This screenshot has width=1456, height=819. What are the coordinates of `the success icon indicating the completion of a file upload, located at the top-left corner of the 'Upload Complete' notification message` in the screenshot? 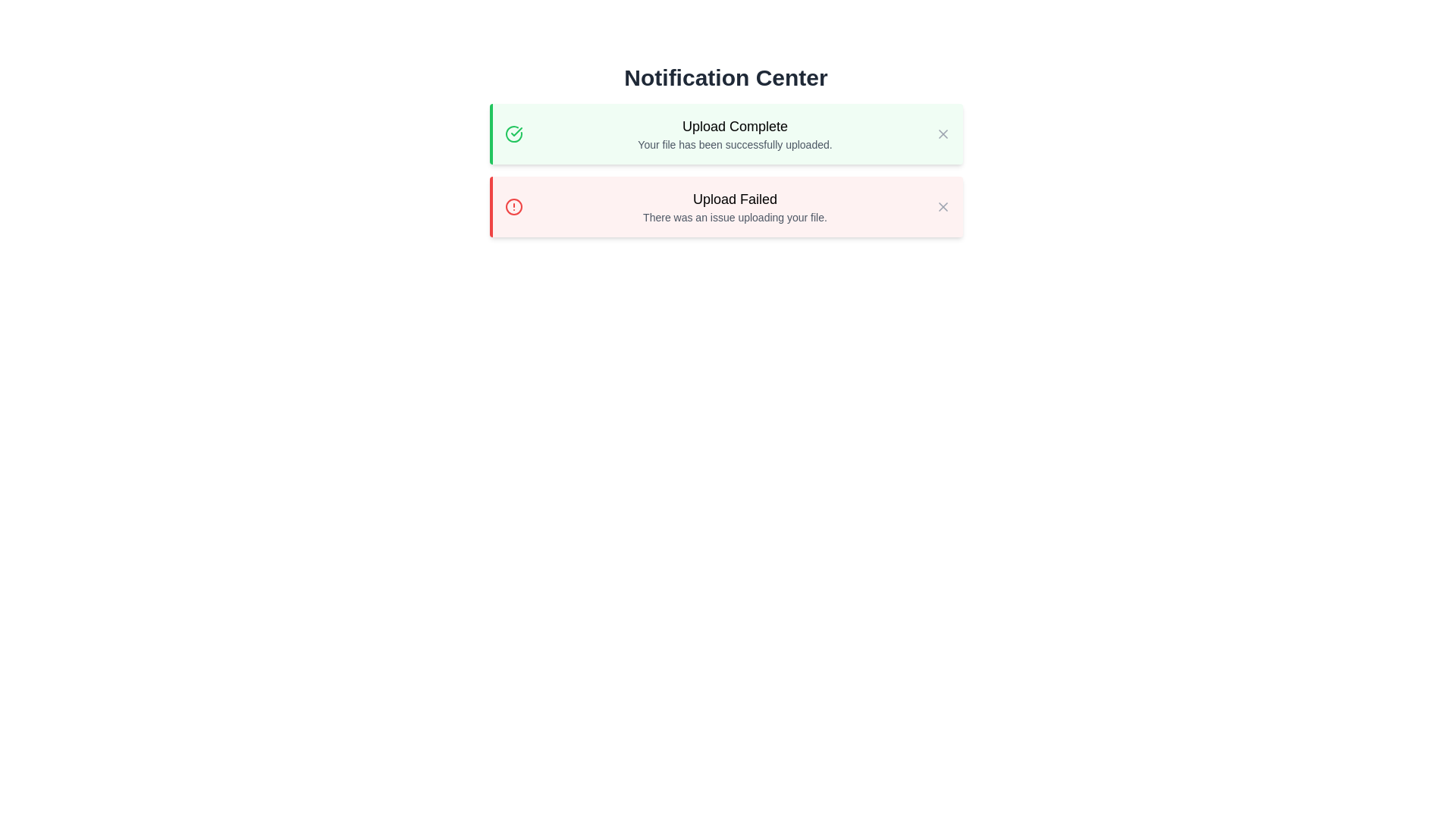 It's located at (513, 133).